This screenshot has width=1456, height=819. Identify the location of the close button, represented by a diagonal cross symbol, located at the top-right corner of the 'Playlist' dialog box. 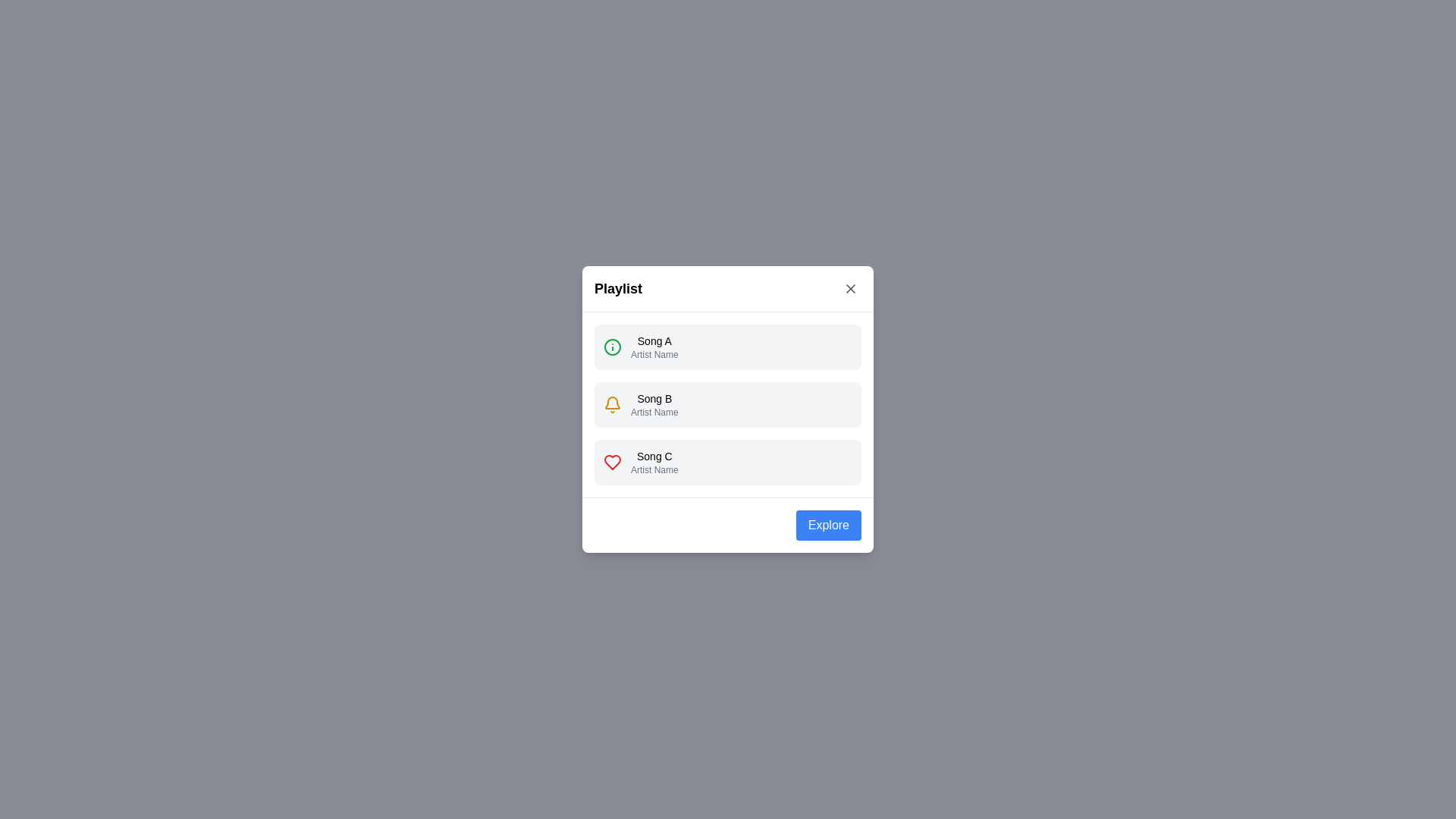
(851, 289).